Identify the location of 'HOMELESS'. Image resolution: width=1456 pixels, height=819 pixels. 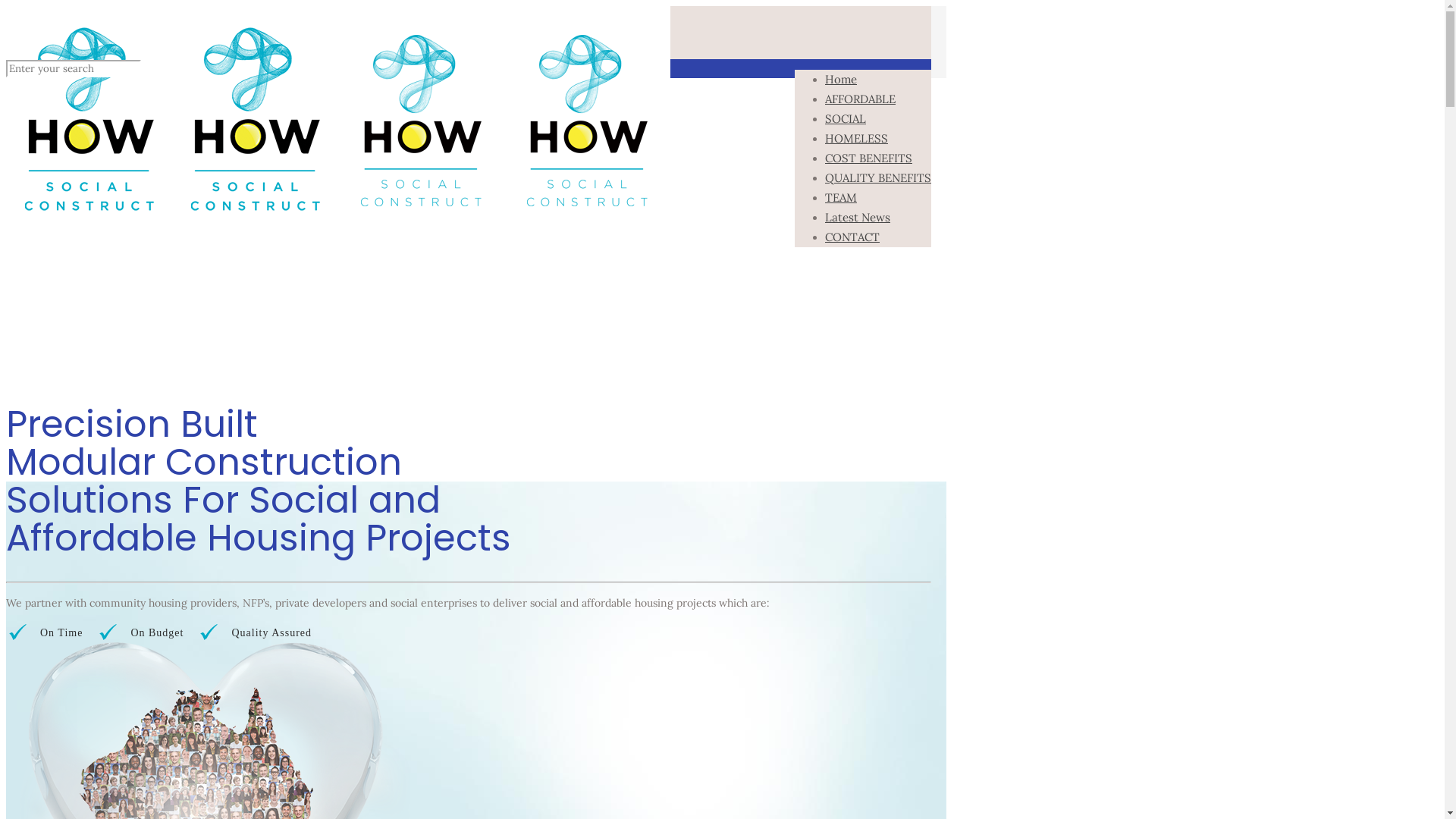
(824, 138).